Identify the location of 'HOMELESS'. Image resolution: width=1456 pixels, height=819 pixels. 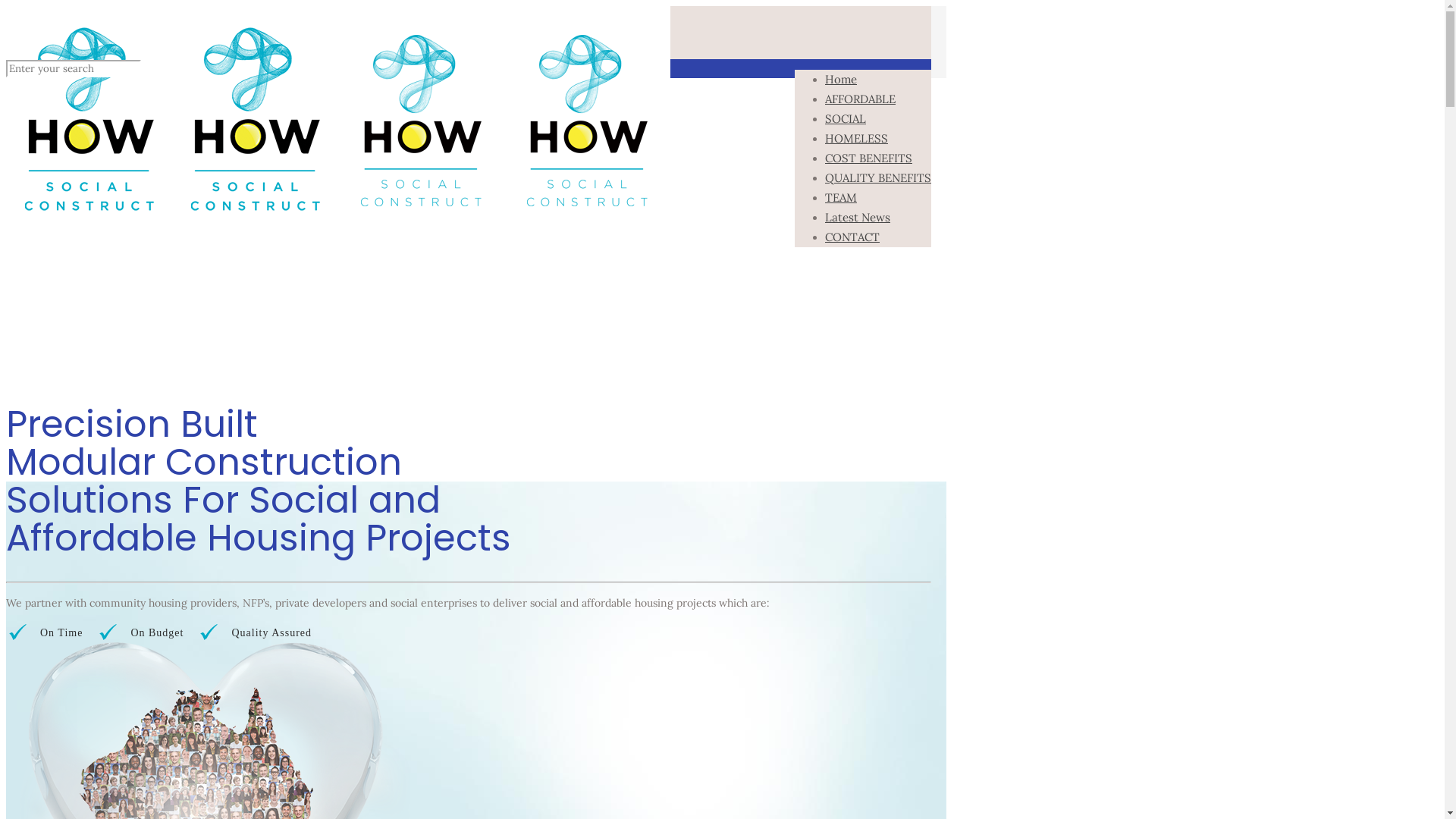
(824, 138).